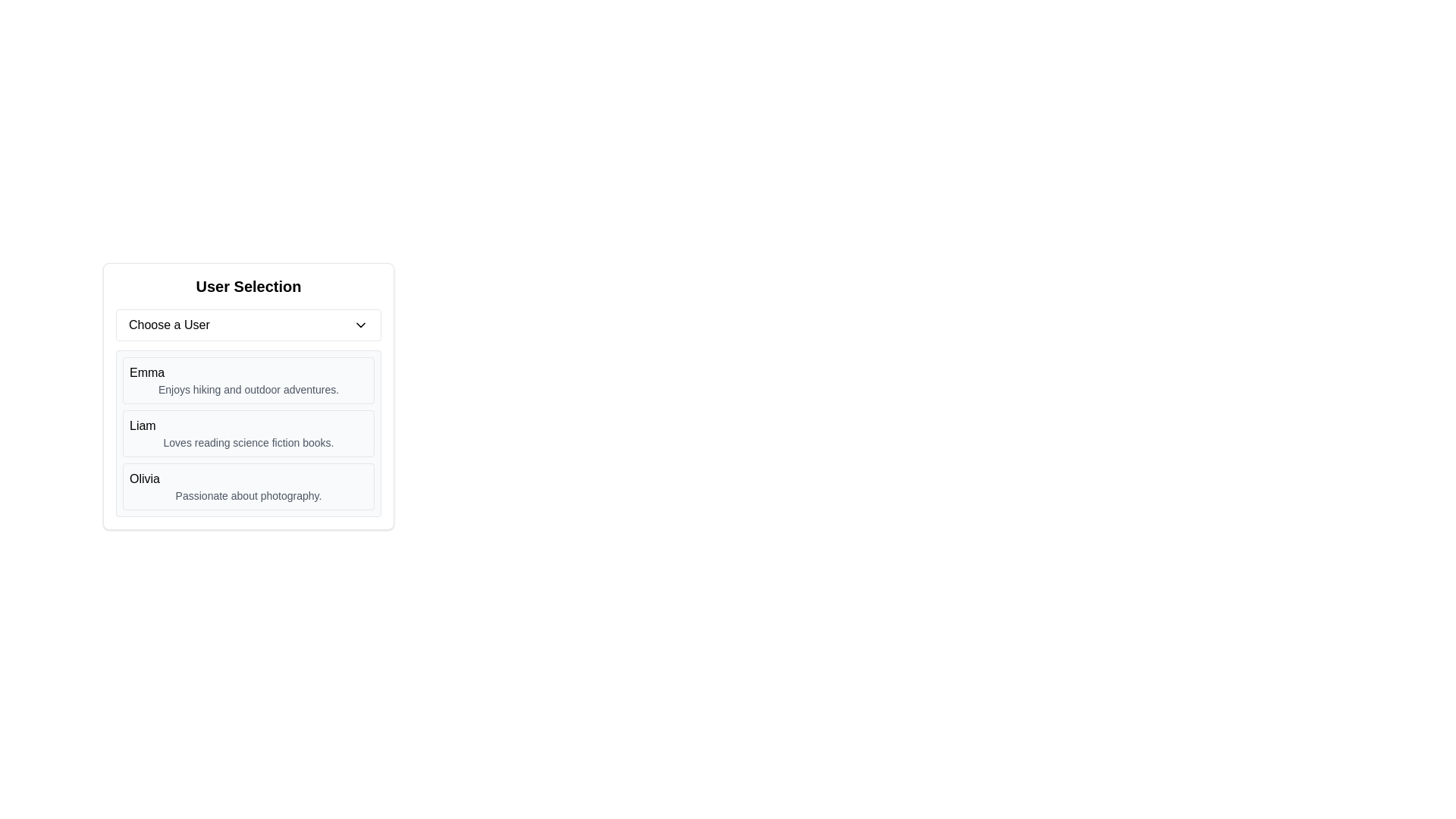 The width and height of the screenshot is (1456, 819). Describe the element at coordinates (145, 479) in the screenshot. I see `the text element identifying the user named 'Olivia' within the user selection interface` at that location.